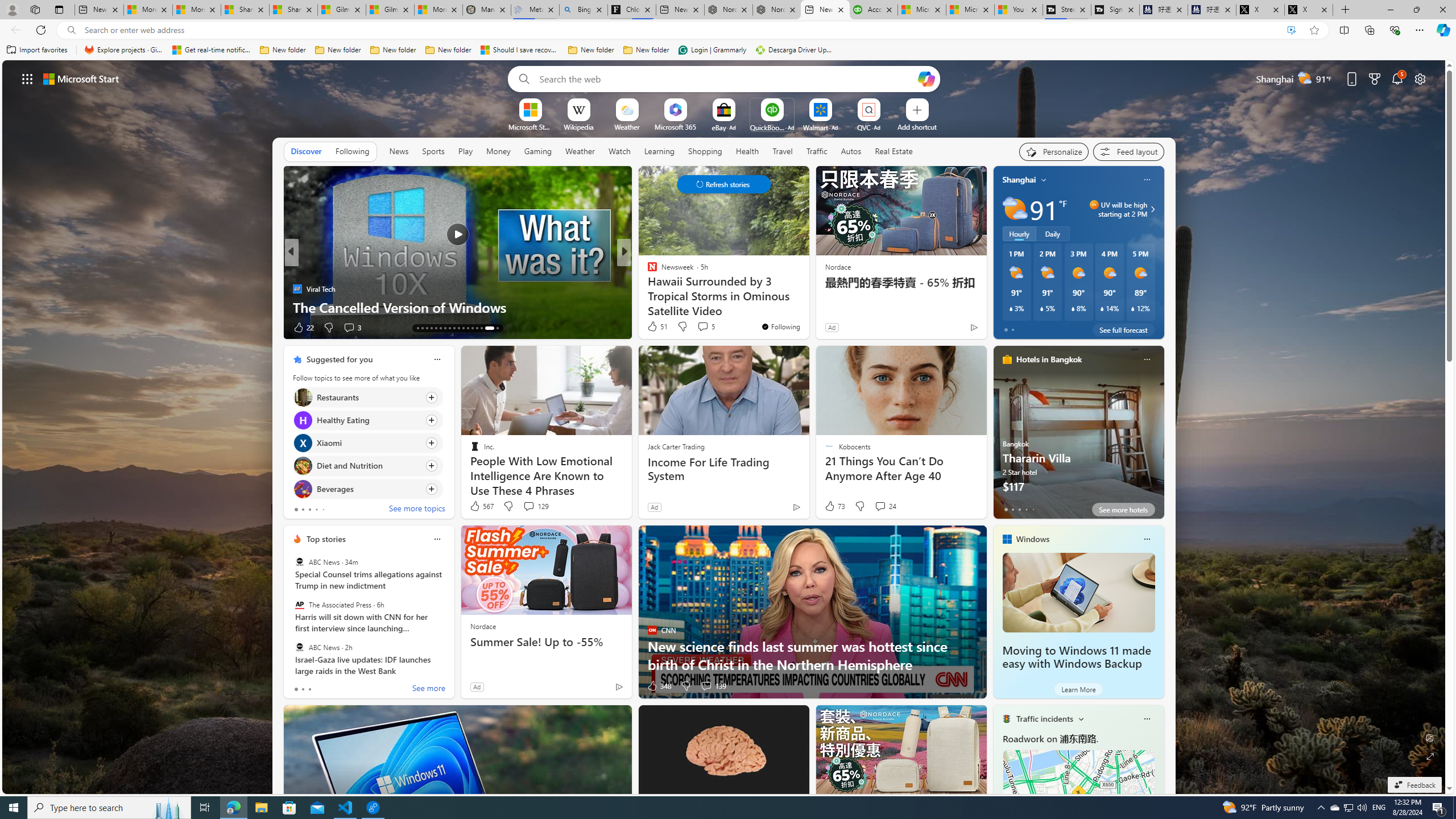 Image resolution: width=1456 pixels, height=819 pixels. I want to click on 'Shanghai', so click(1019, 179).